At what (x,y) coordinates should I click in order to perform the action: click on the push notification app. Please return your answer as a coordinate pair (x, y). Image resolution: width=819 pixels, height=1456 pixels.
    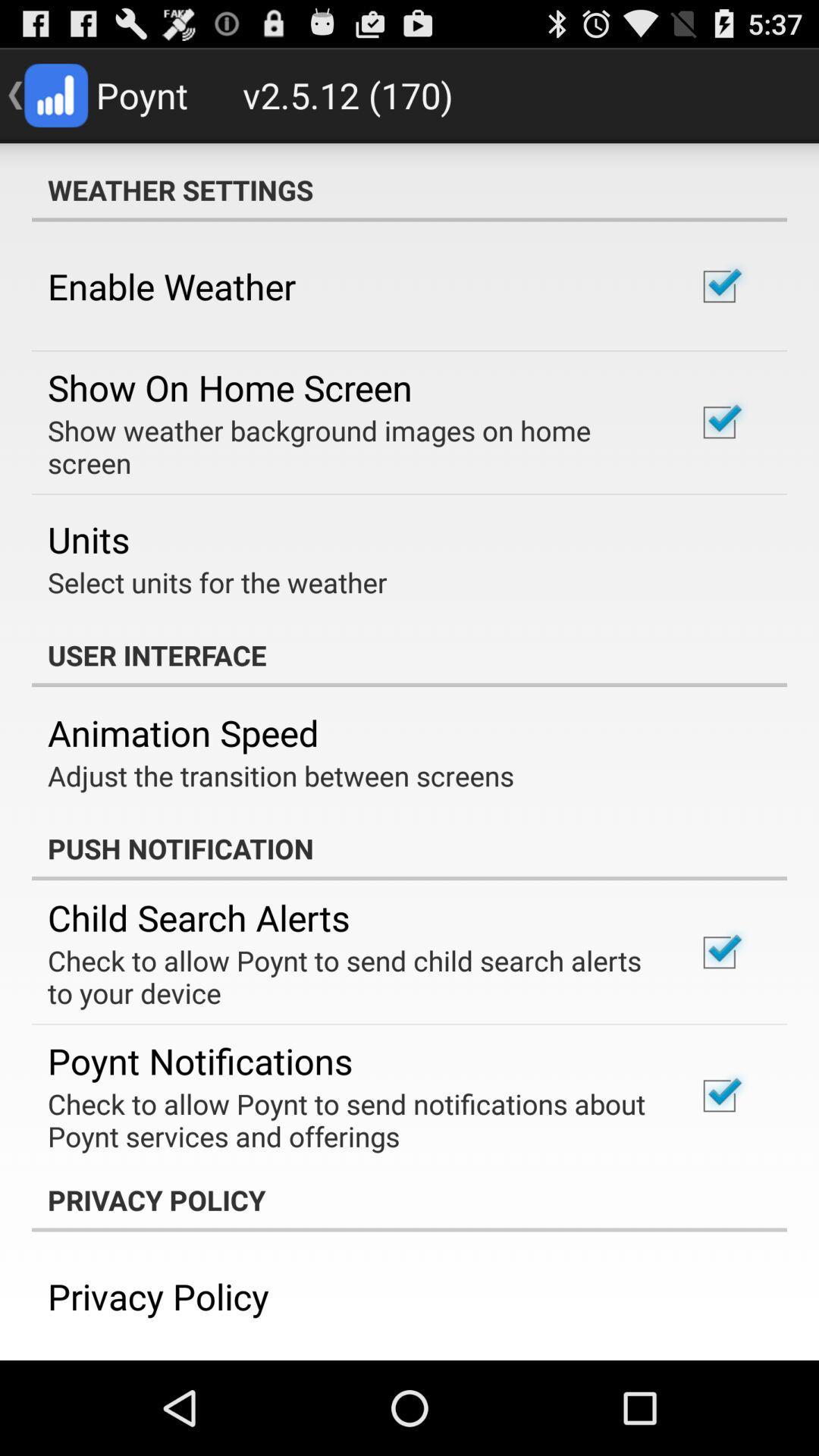
    Looking at the image, I should click on (409, 847).